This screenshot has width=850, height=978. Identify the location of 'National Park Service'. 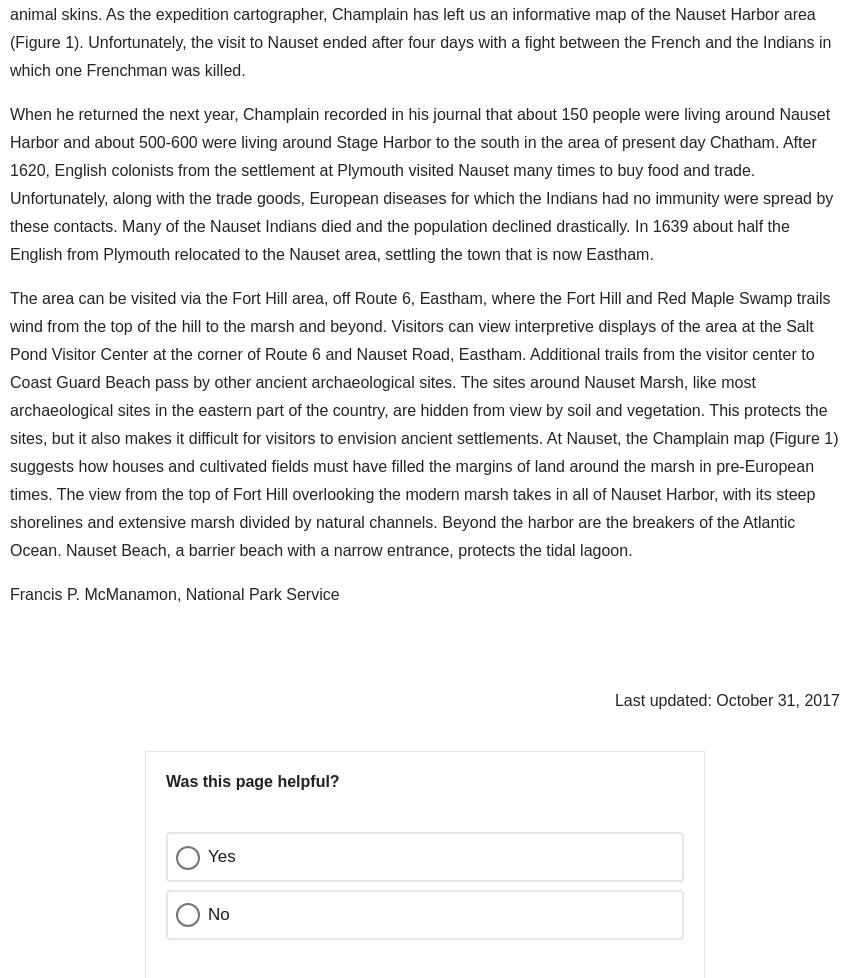
(639, 896).